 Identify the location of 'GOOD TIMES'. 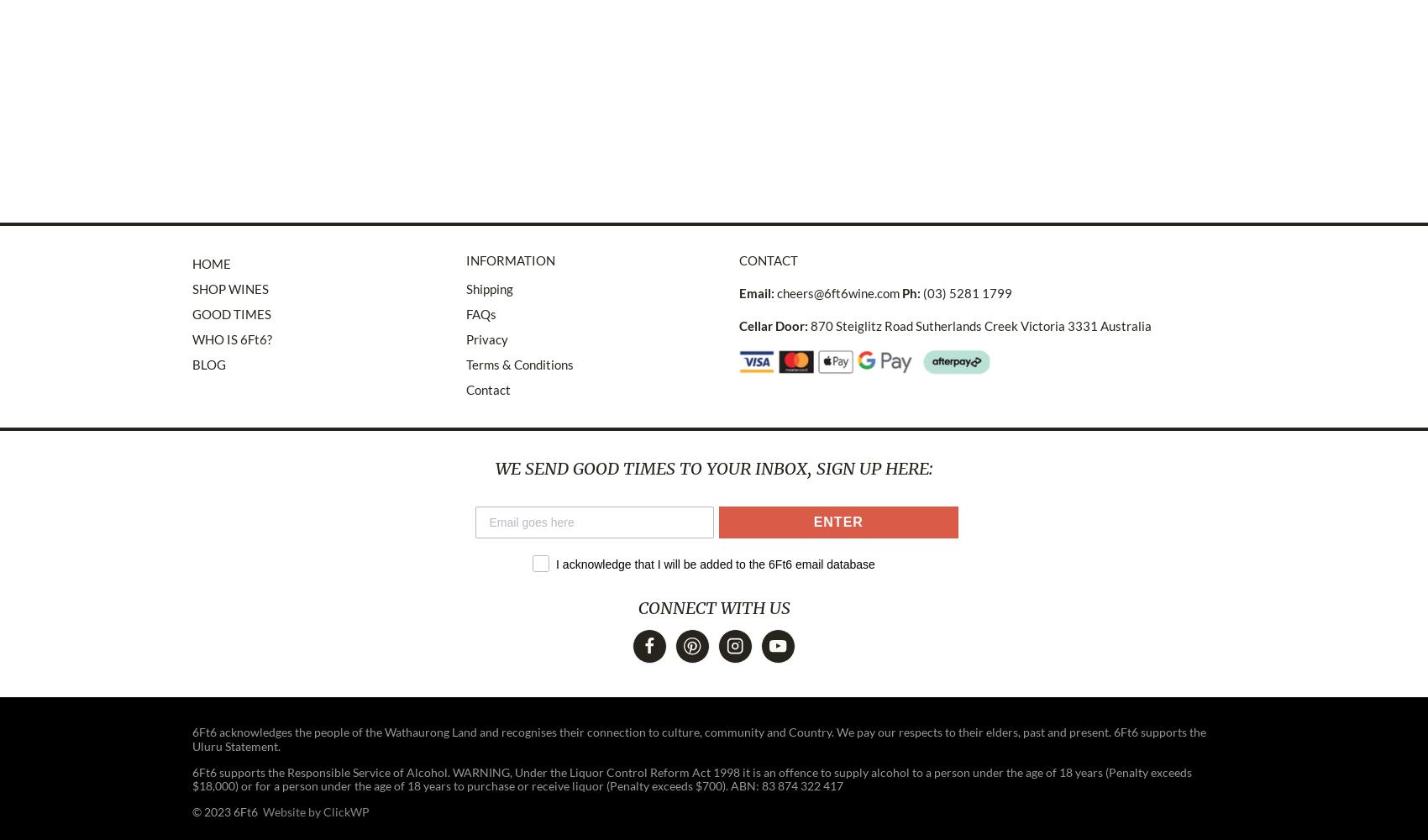
(232, 312).